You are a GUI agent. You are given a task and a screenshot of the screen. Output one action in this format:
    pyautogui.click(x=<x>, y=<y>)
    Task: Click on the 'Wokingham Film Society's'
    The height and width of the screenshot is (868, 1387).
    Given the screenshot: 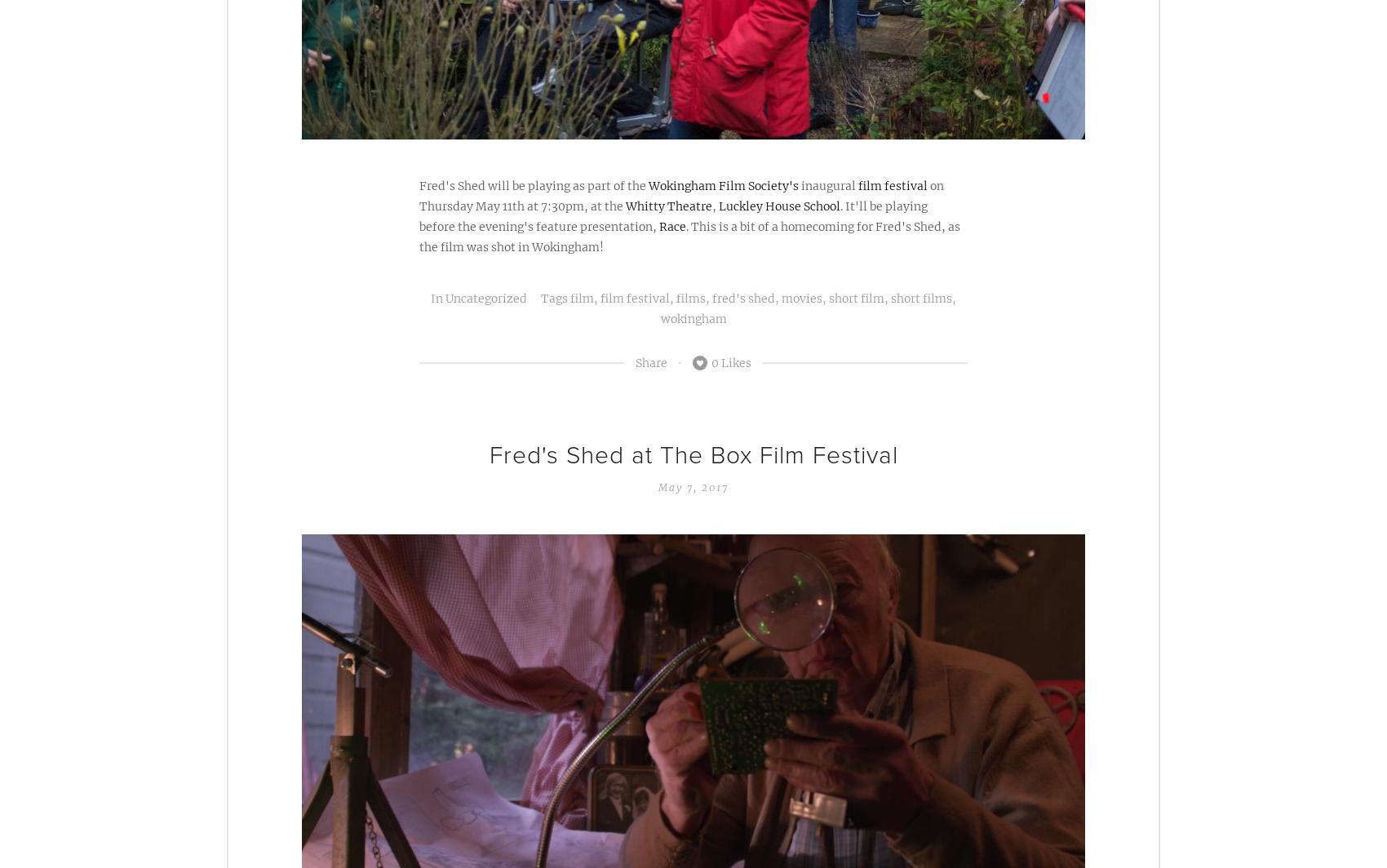 What is the action you would take?
    pyautogui.click(x=647, y=184)
    